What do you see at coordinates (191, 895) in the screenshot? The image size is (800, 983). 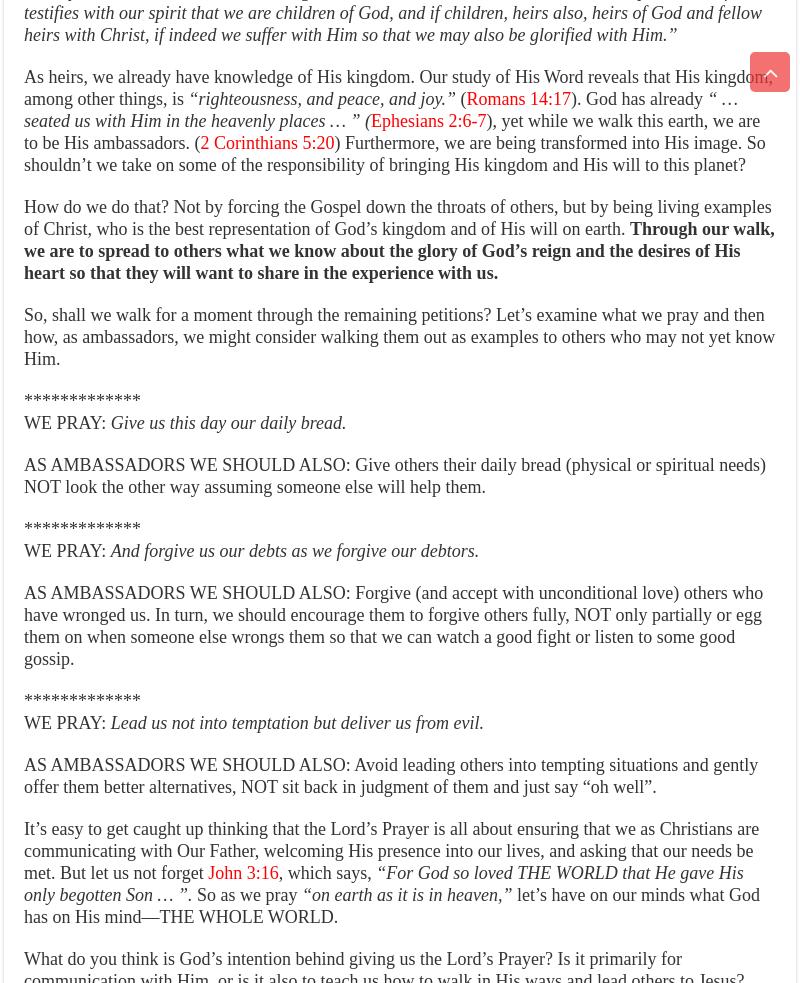 I see `'So as we pray'` at bounding box center [191, 895].